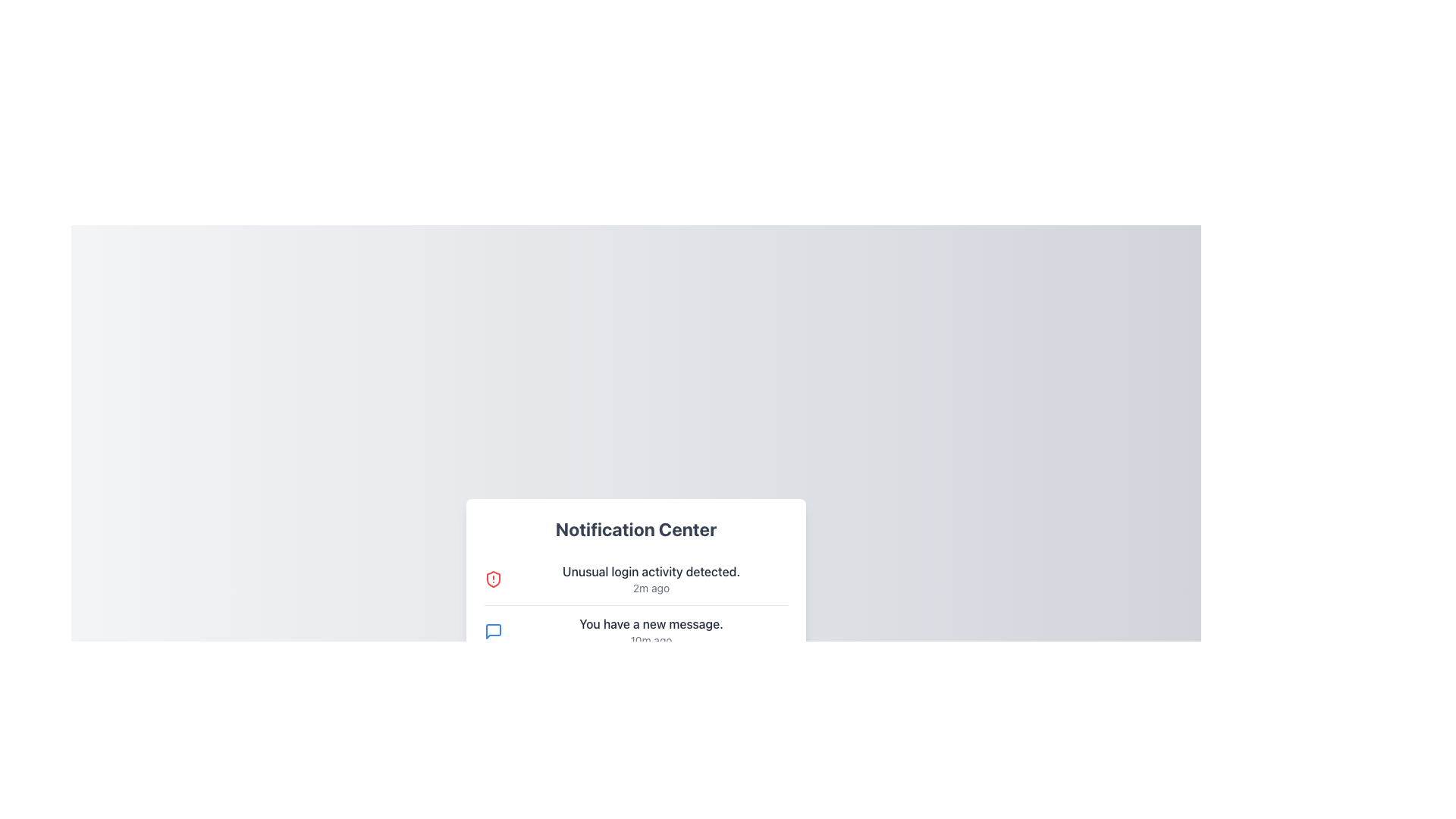 The image size is (1456, 819). I want to click on the timestamp text label located in the 'Notification Center' section, positioned below and to the right of the message 'You have a new message.', so click(651, 640).